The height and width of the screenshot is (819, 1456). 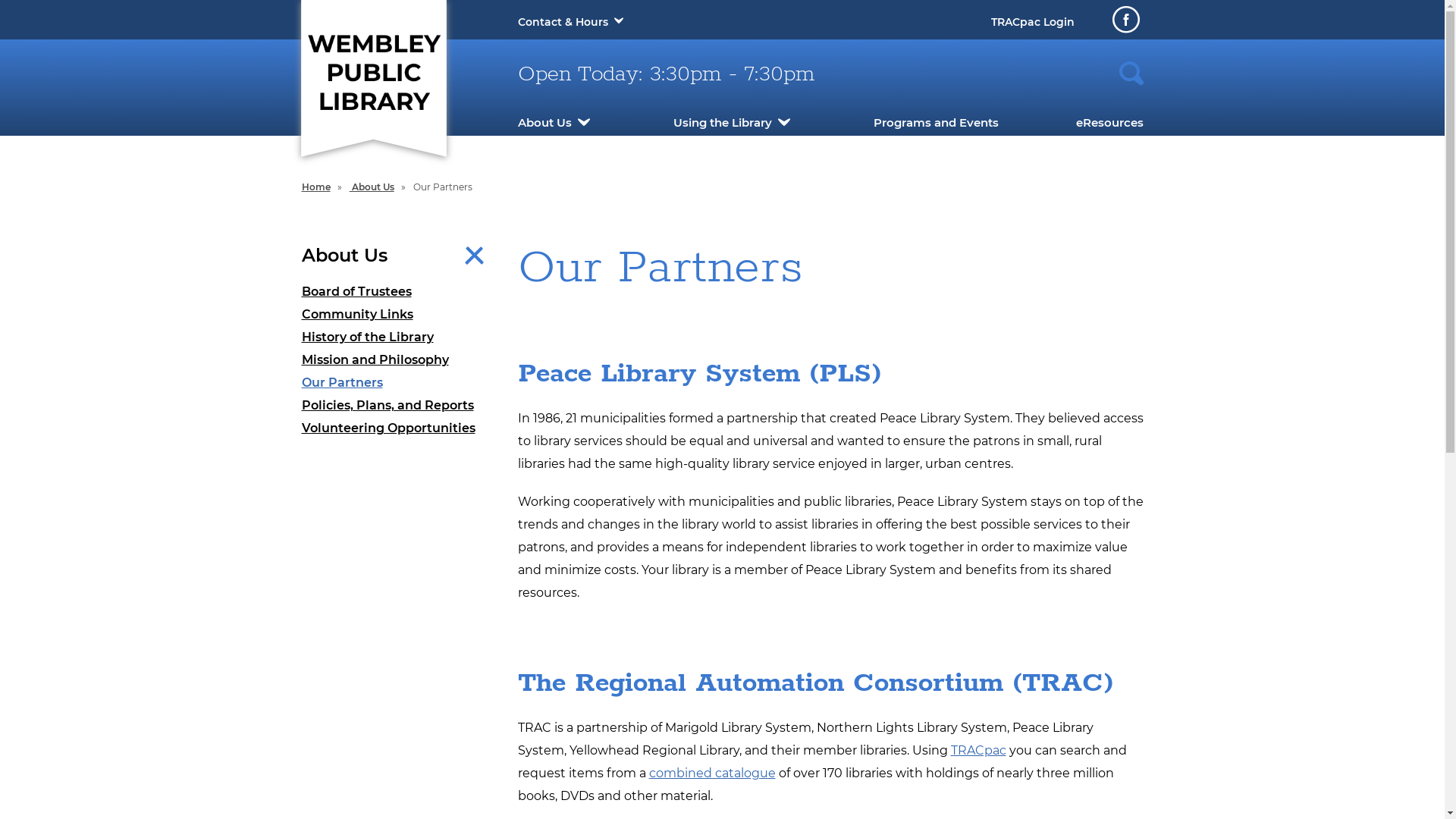 I want to click on 'Community Links', so click(x=398, y=314).